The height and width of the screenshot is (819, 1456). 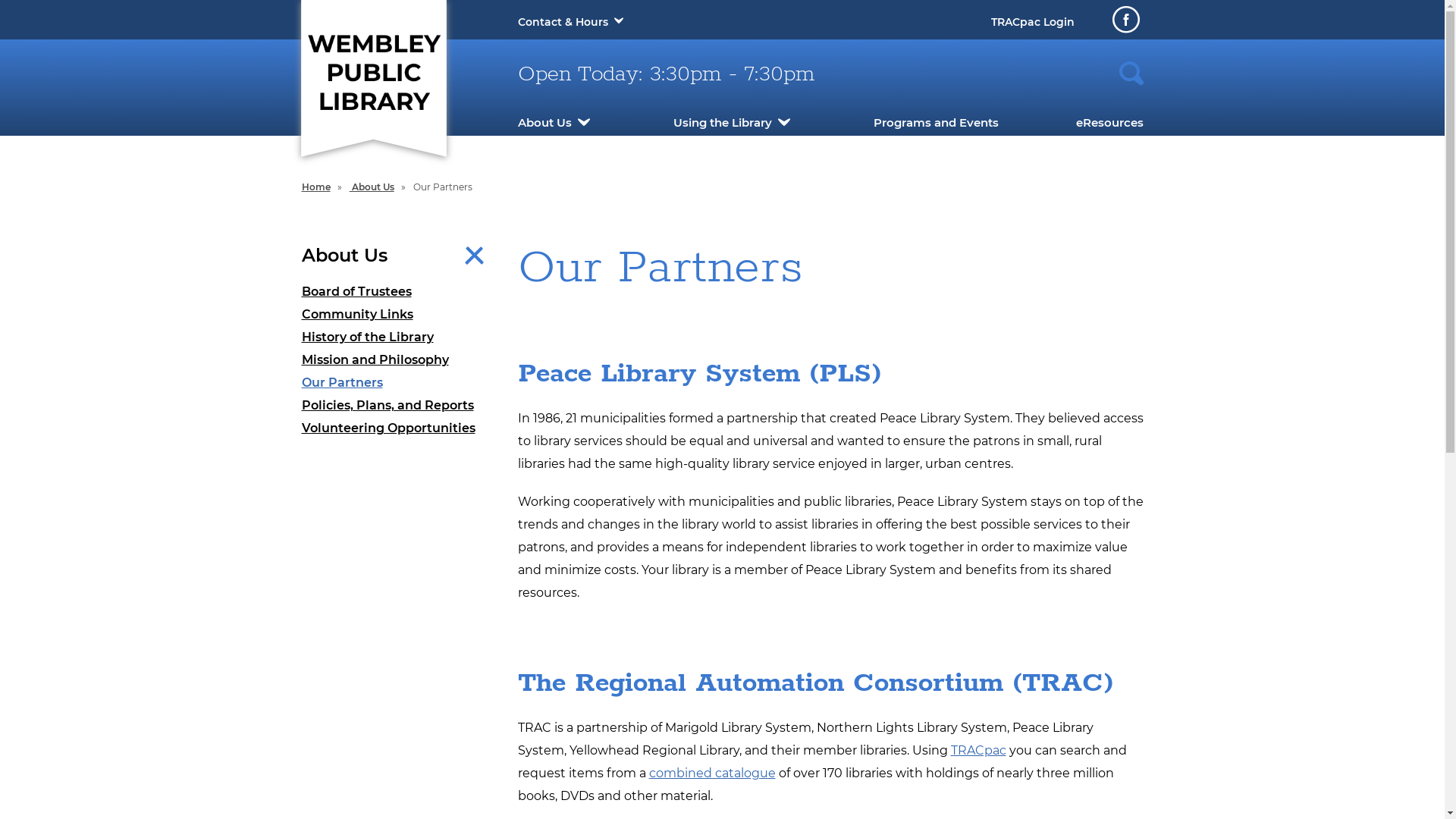 I want to click on 'Community Links', so click(x=398, y=314).